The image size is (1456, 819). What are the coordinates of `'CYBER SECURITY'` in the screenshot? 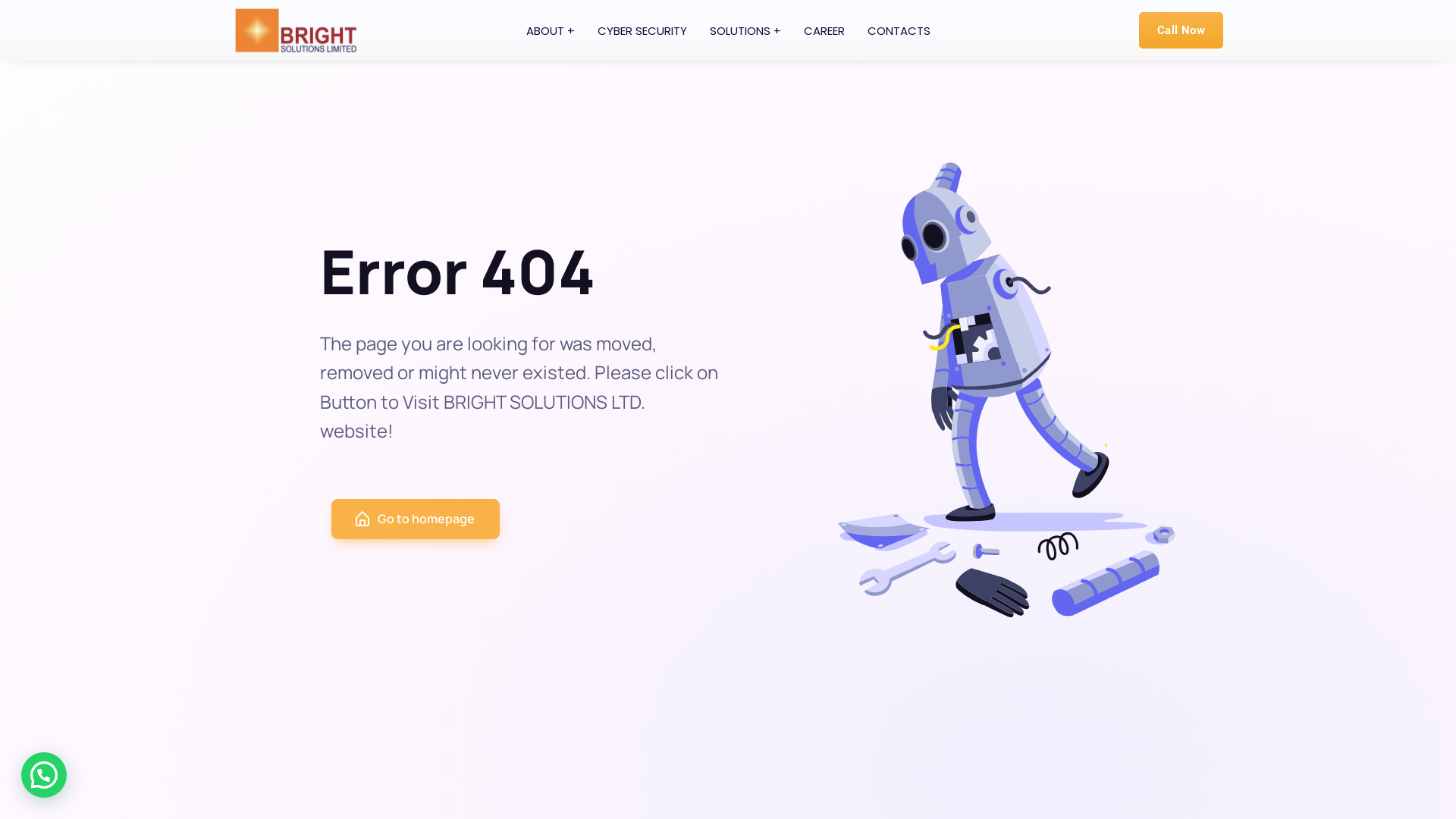 It's located at (585, 30).